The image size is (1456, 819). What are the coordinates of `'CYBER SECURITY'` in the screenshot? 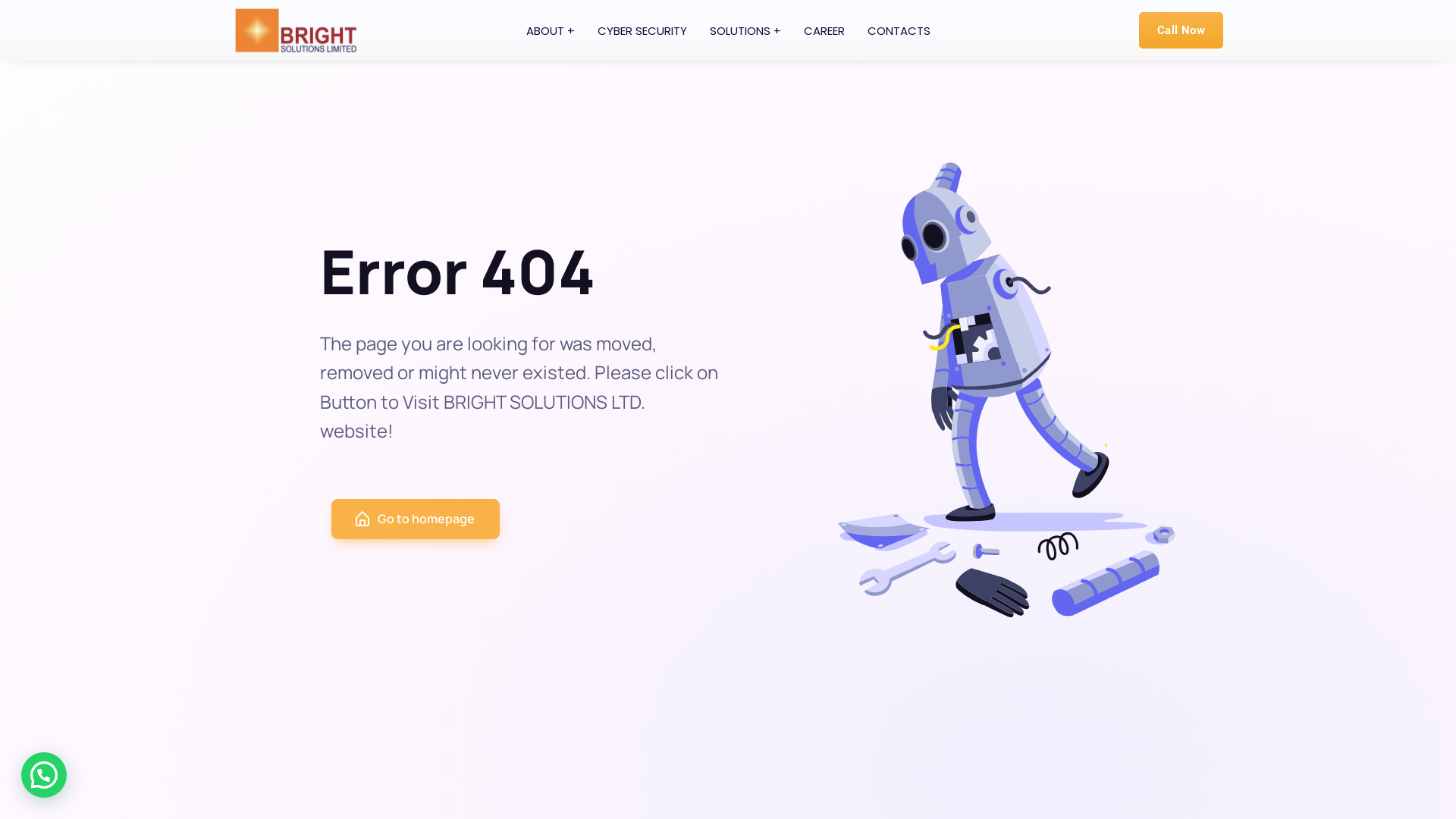 It's located at (585, 30).